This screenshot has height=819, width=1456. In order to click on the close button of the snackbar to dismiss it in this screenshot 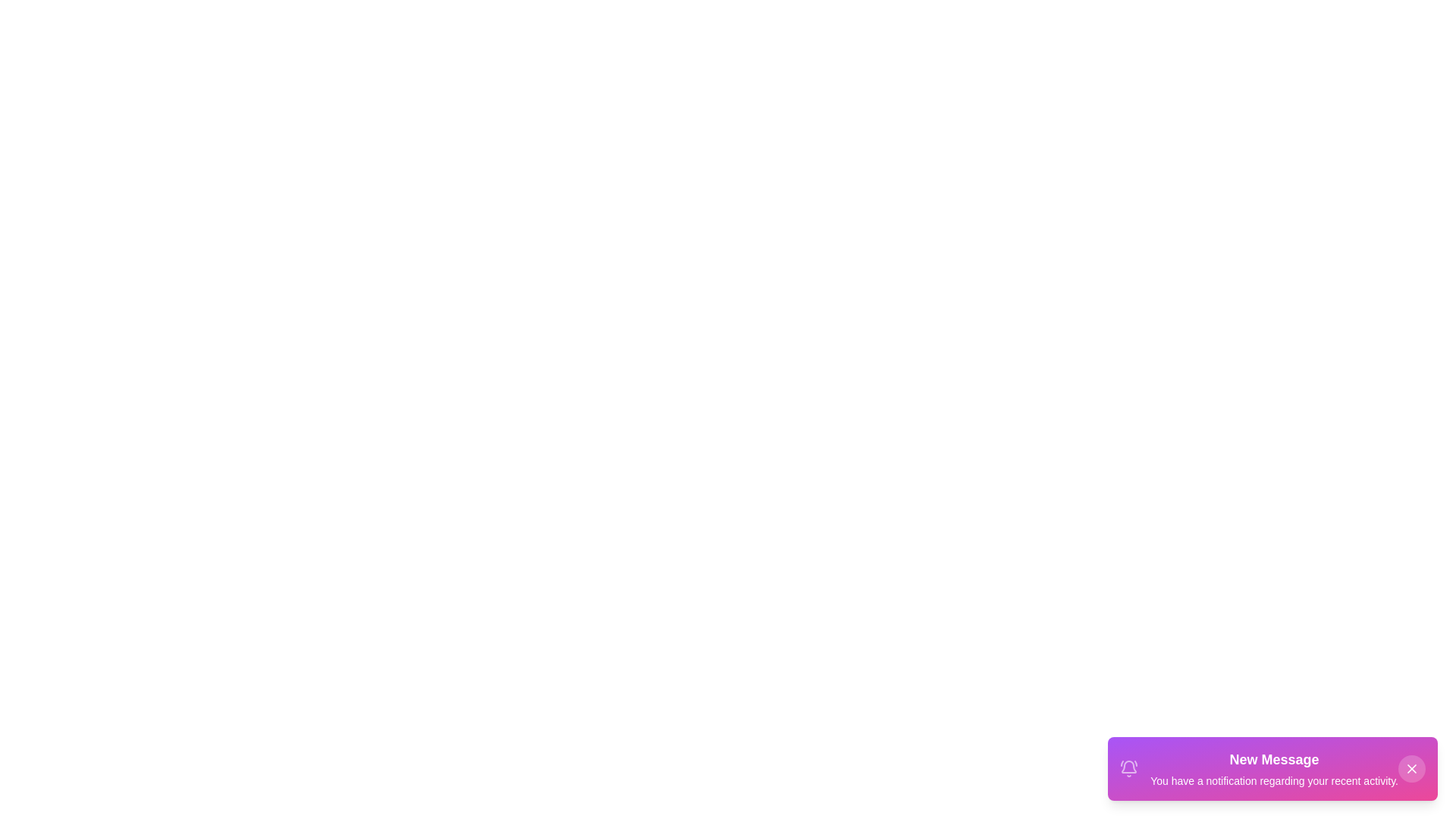, I will do `click(1411, 769)`.